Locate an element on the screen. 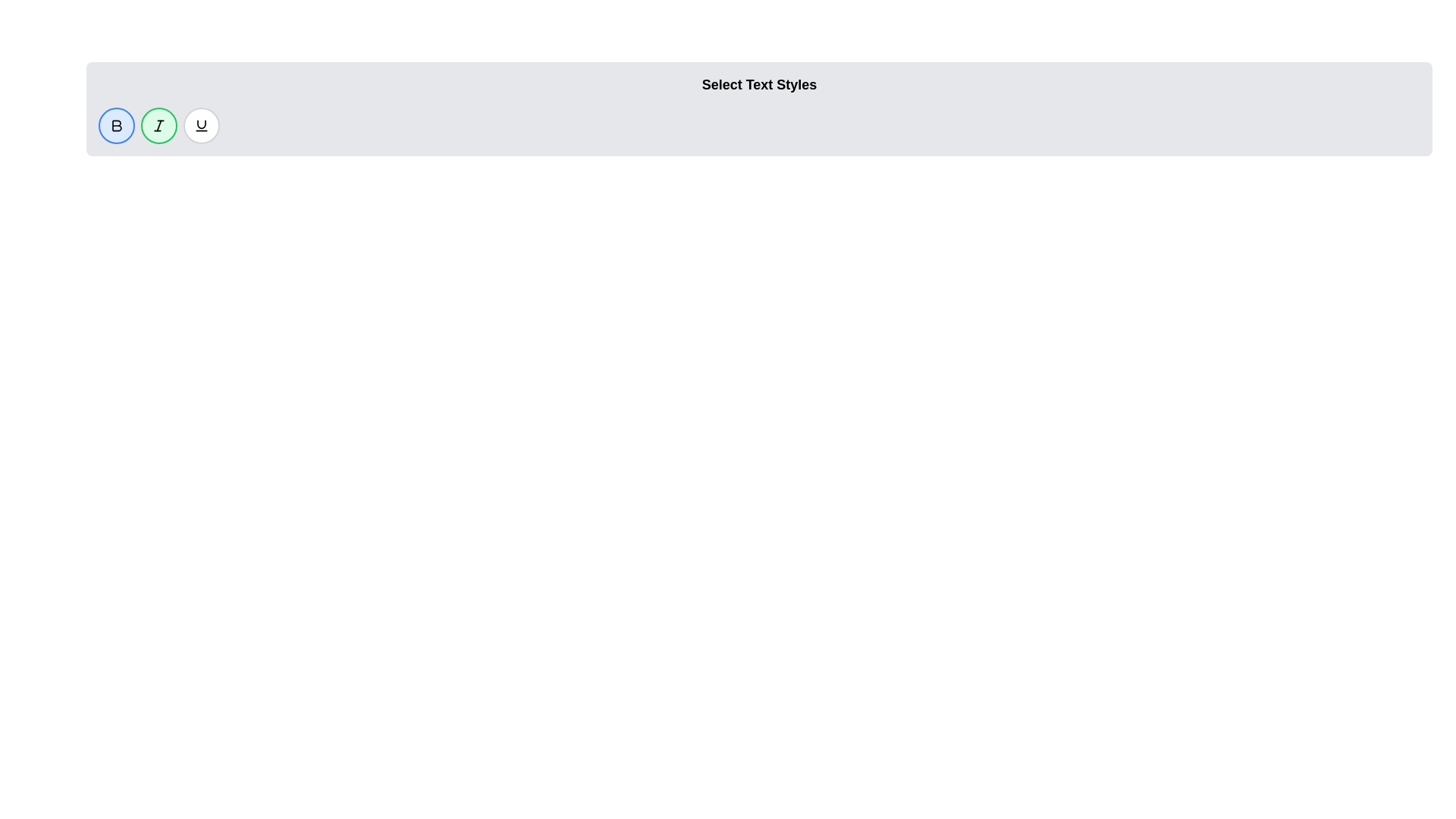 Image resolution: width=1456 pixels, height=819 pixels. the circular button with a green background and an italic 'I' icon is located at coordinates (159, 124).